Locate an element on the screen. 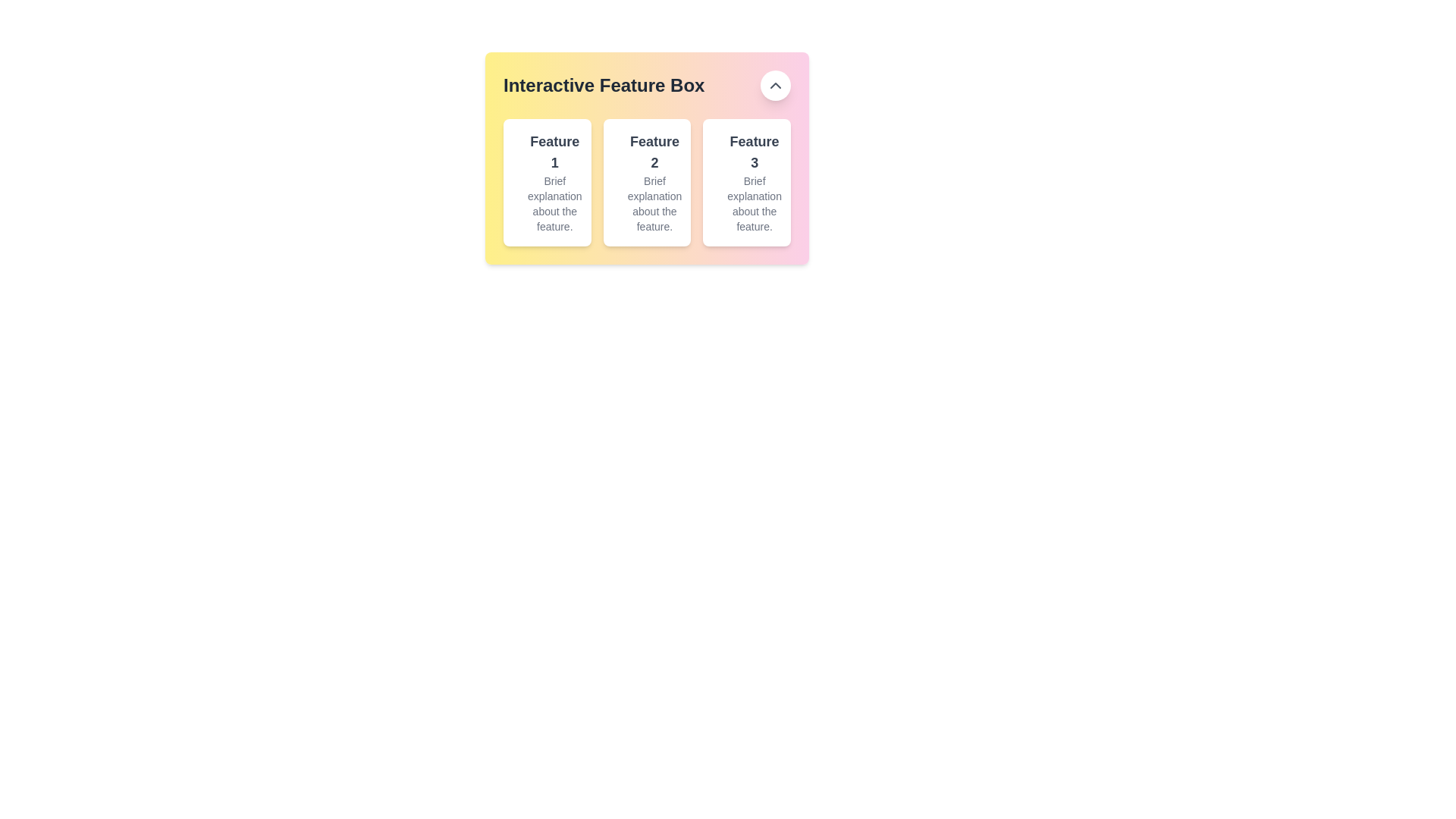  the Text label indicating information about 'Feature 2', which is located in the second column beneath the header 'Interactive Feature Box' is located at coordinates (654, 152).